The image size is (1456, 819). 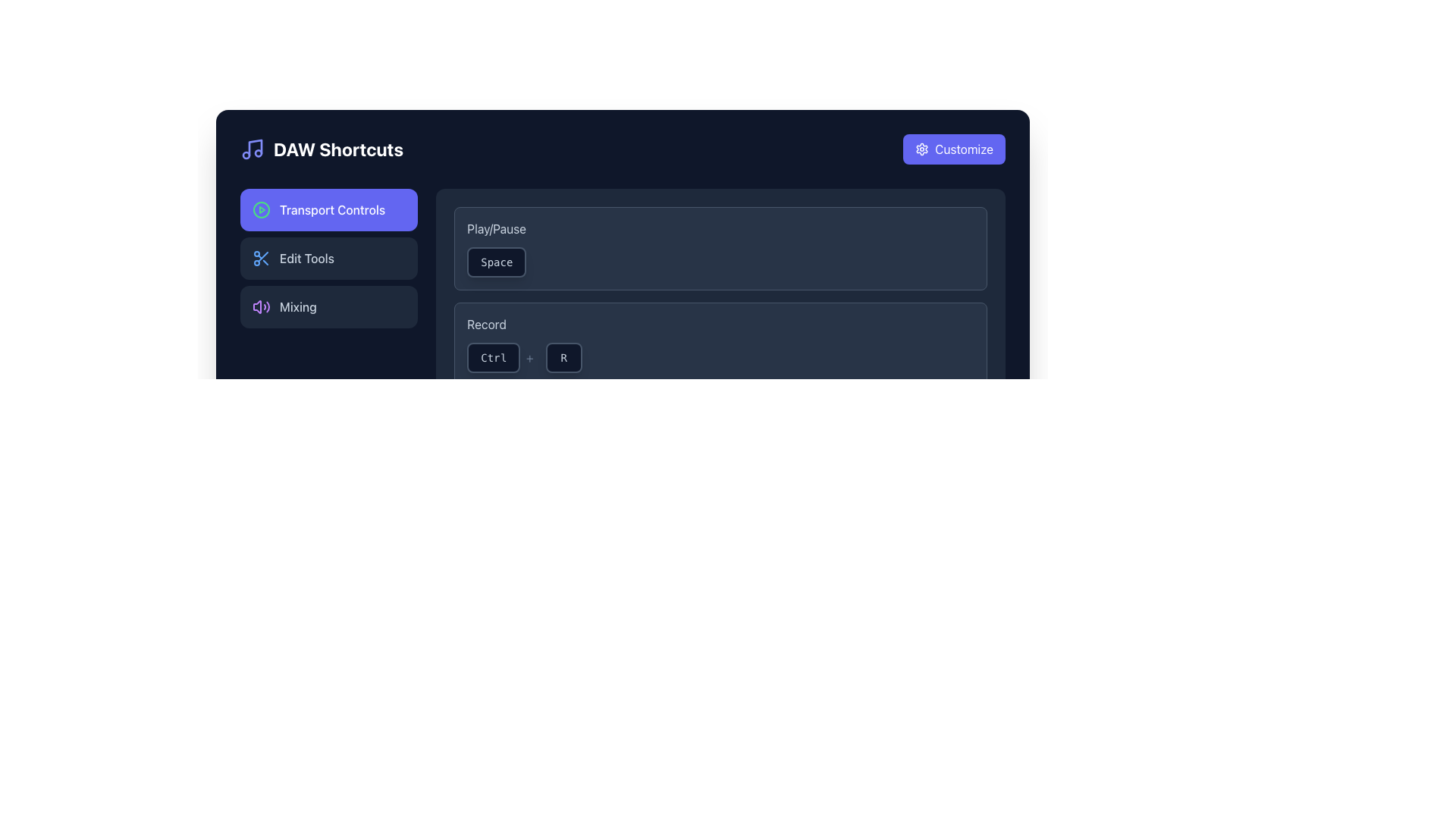 I want to click on the Circular SVG element that represents the 'Play' icon, located to the left of the 'Transport Controls' button in the sidebar, so click(x=262, y=210).